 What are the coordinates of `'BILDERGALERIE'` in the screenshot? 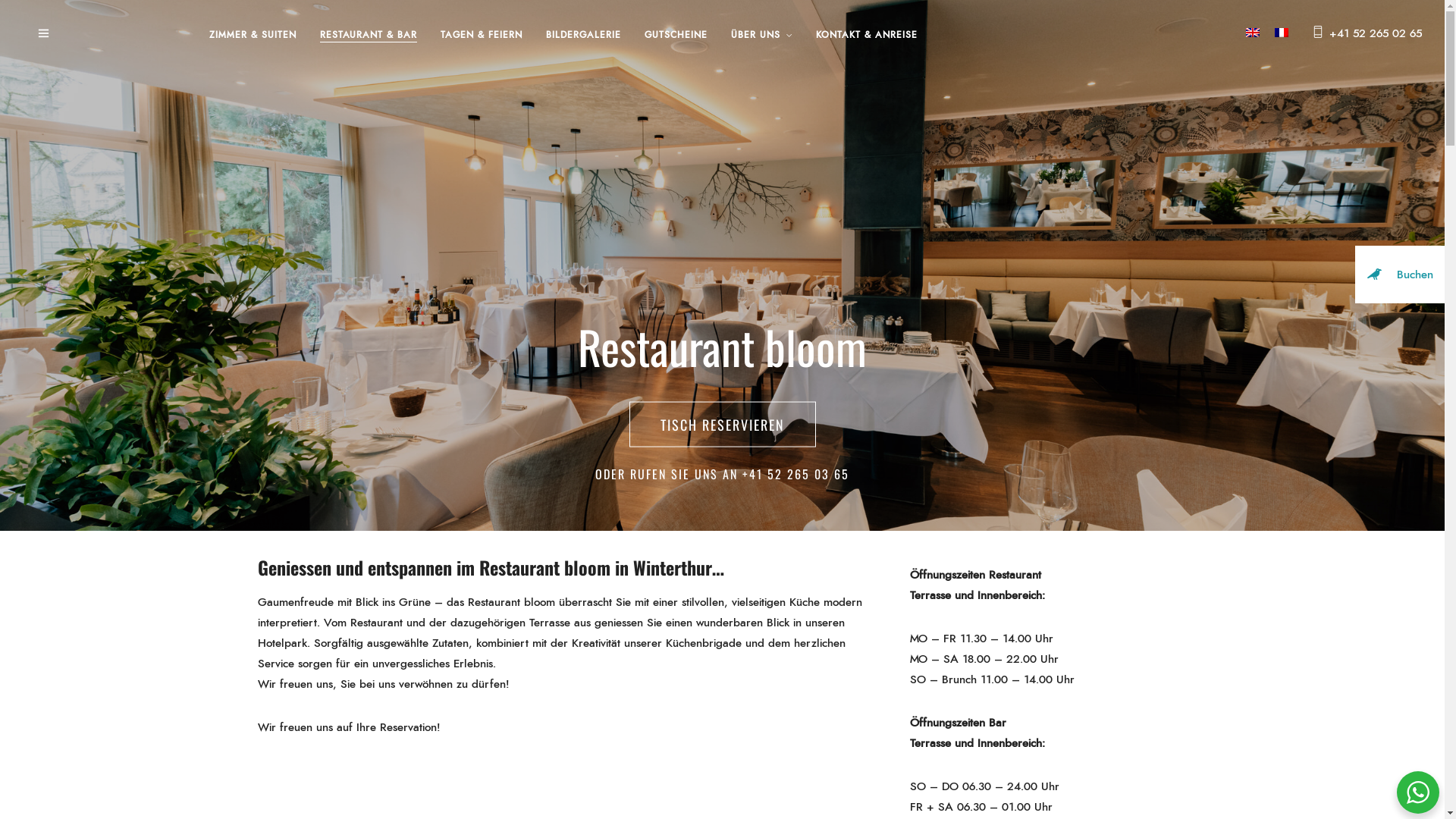 It's located at (582, 34).